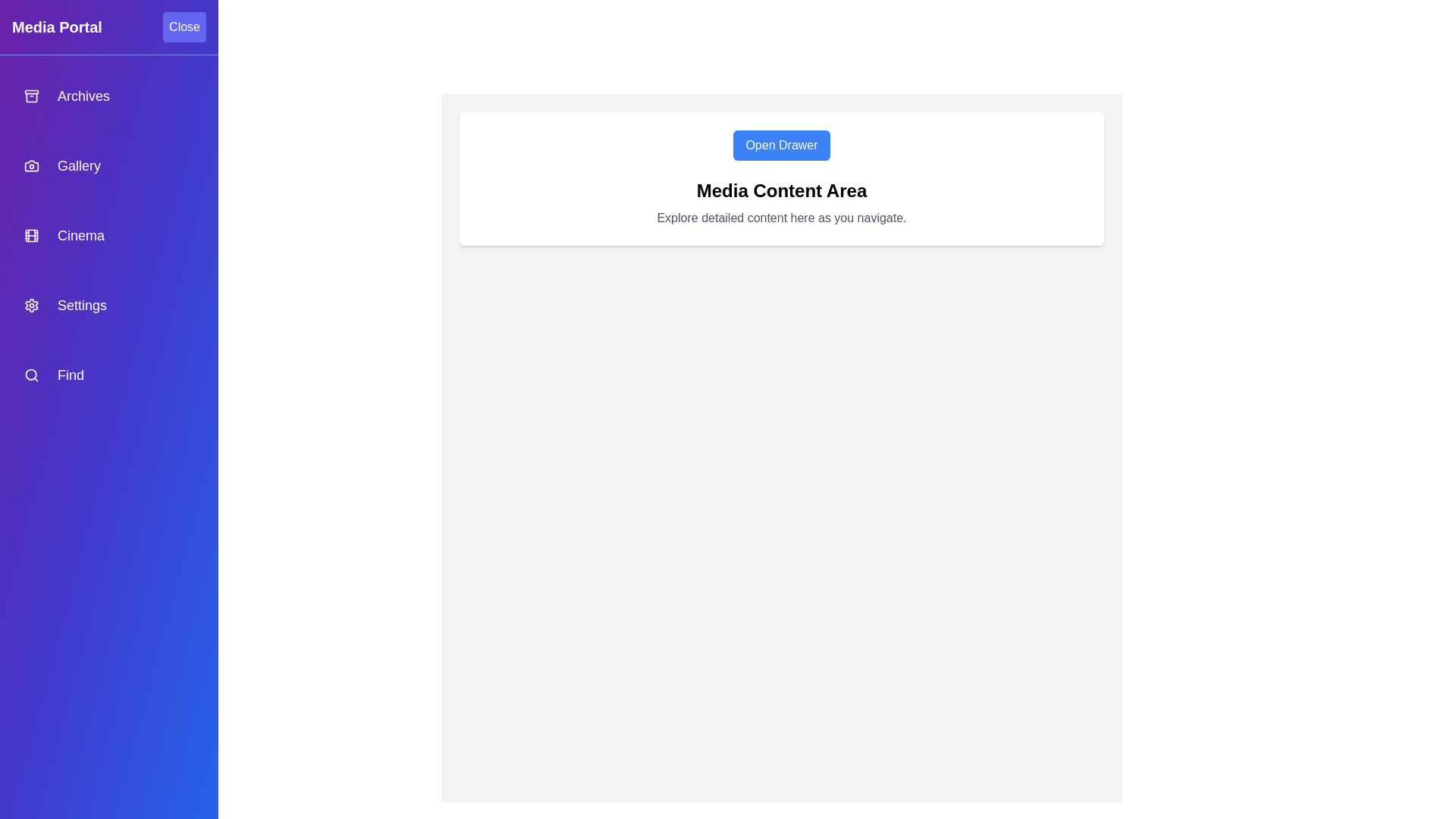  What do you see at coordinates (108, 305) in the screenshot?
I see `the navigation item Settings` at bounding box center [108, 305].